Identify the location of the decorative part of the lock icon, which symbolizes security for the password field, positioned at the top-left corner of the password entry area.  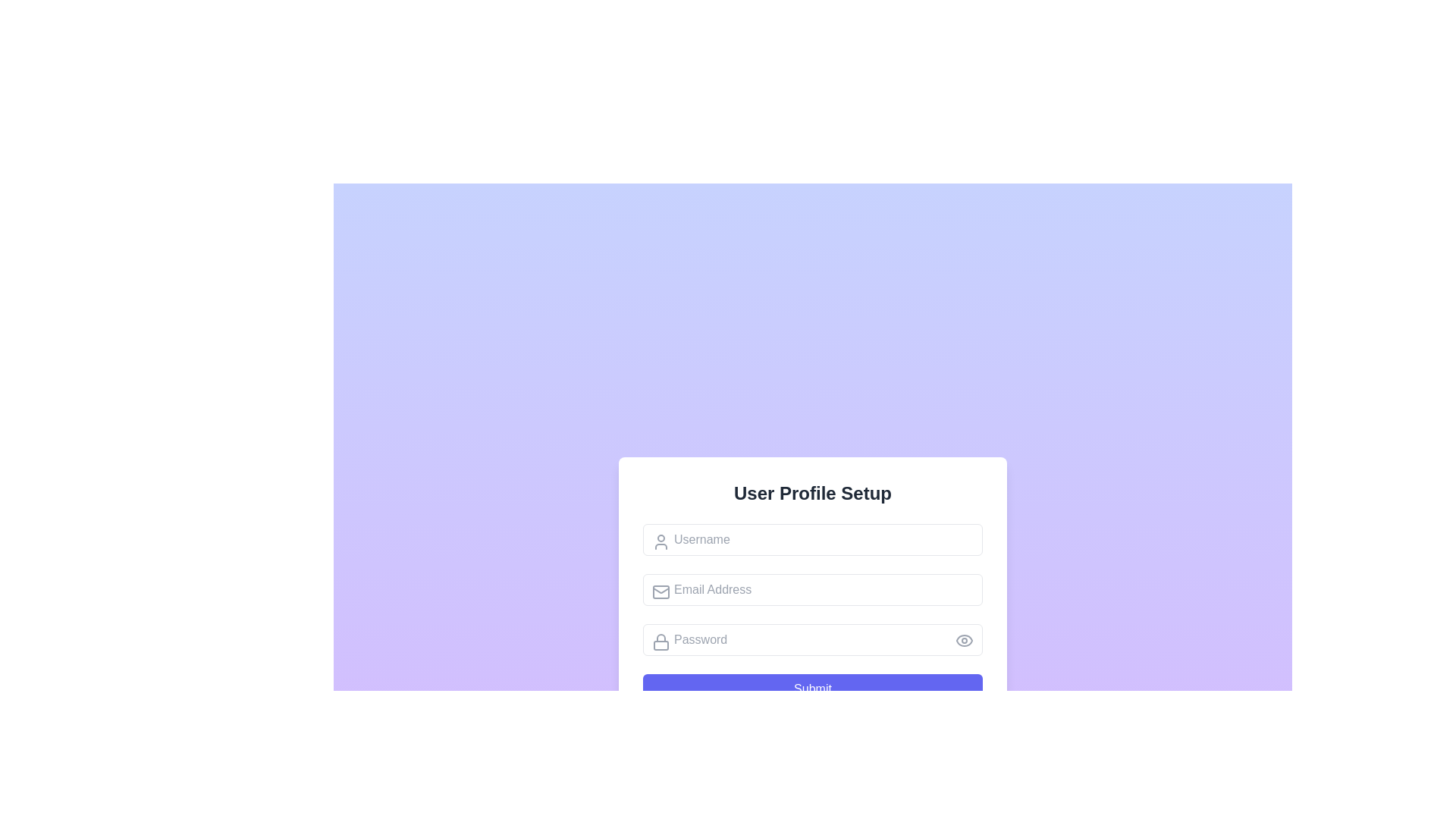
(661, 638).